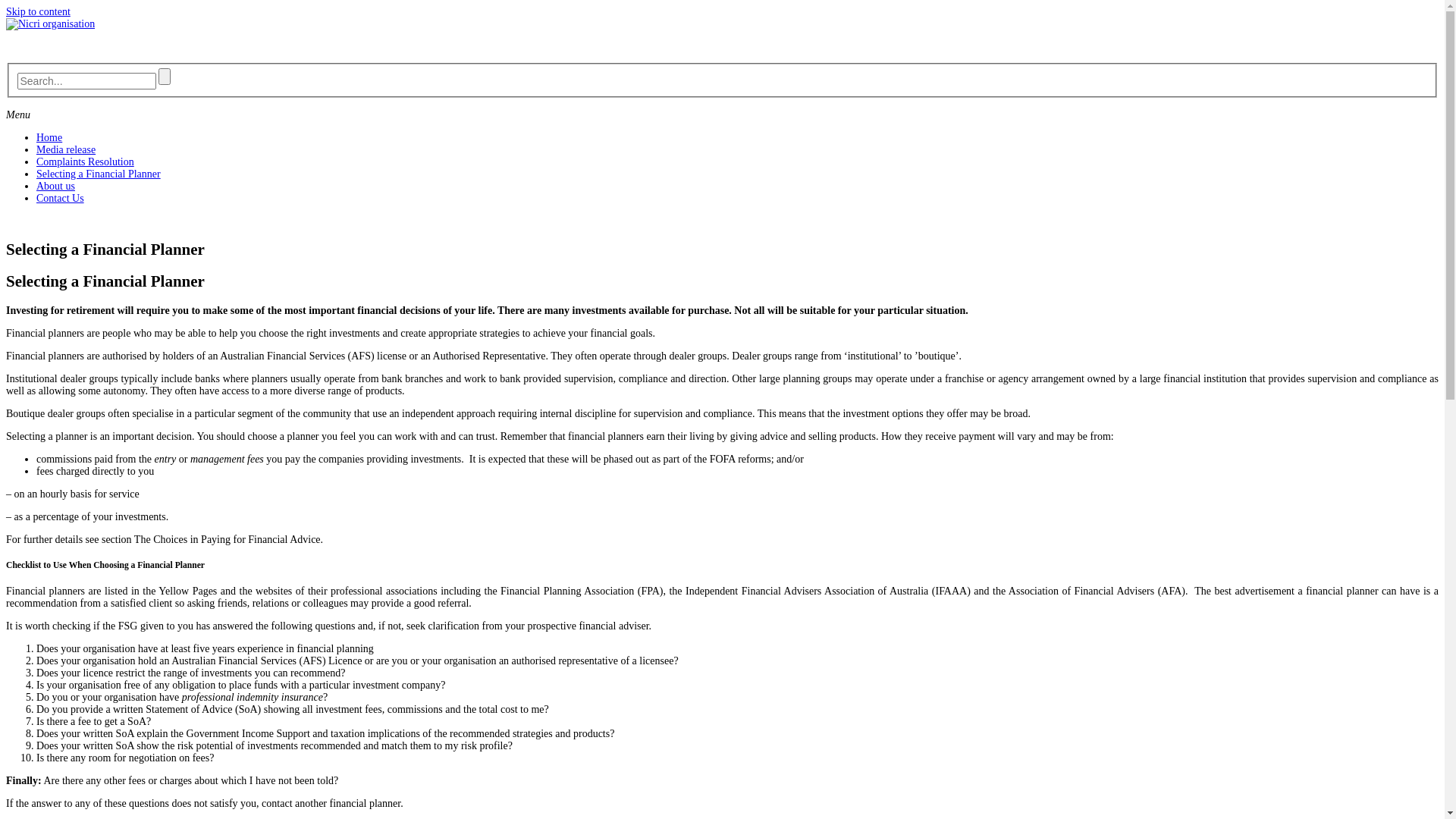 The image size is (1456, 819). I want to click on 'Home', so click(36, 137).